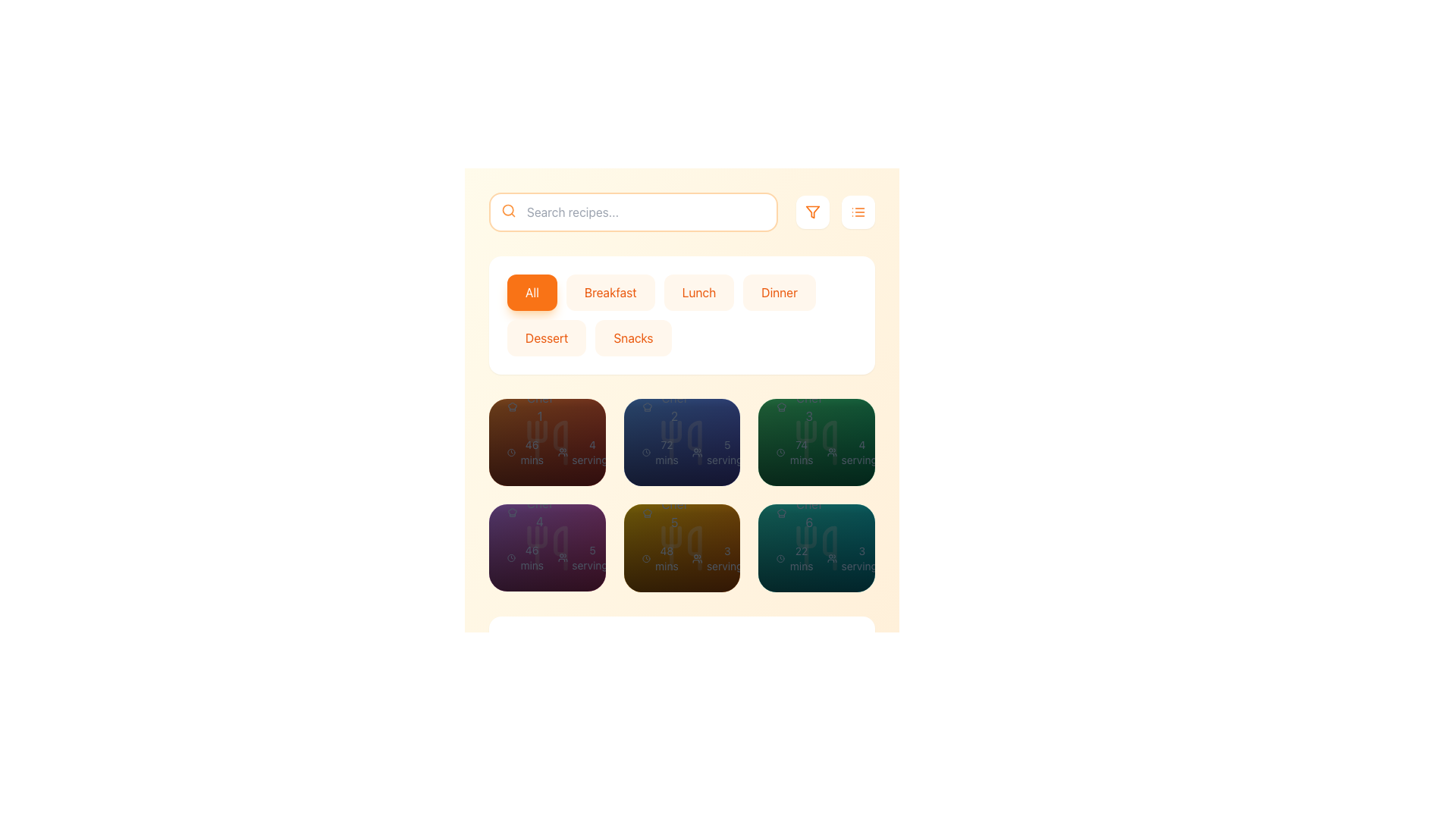 The height and width of the screenshot is (819, 1456). I want to click on the decorative vector graphic resembling a utensil design located within the purple gradient card in the middle-left cell of the recipe cards grid, so click(537, 536).